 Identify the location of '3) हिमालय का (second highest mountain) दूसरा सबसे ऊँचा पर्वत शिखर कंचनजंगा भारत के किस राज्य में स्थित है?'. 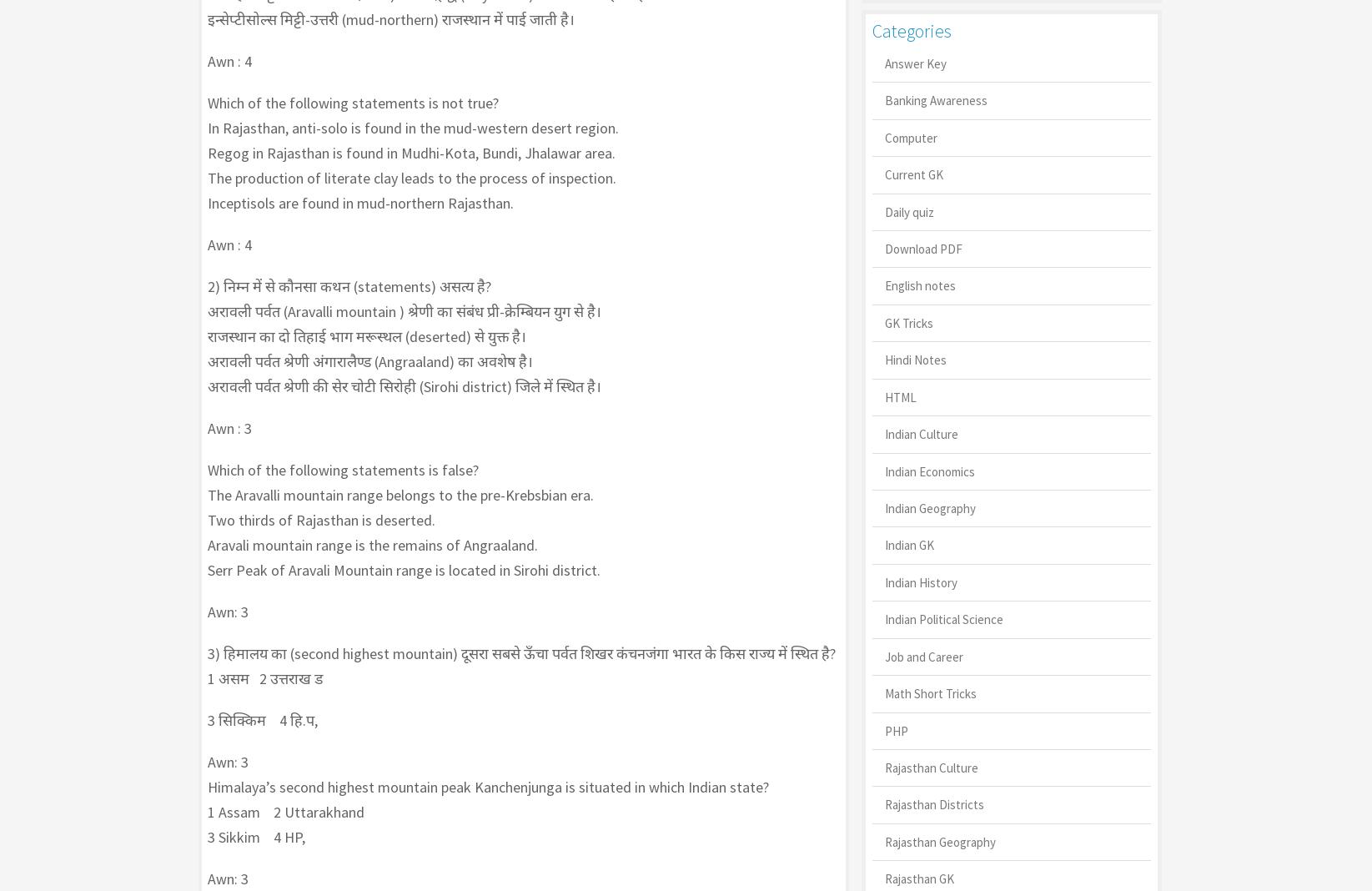
(520, 653).